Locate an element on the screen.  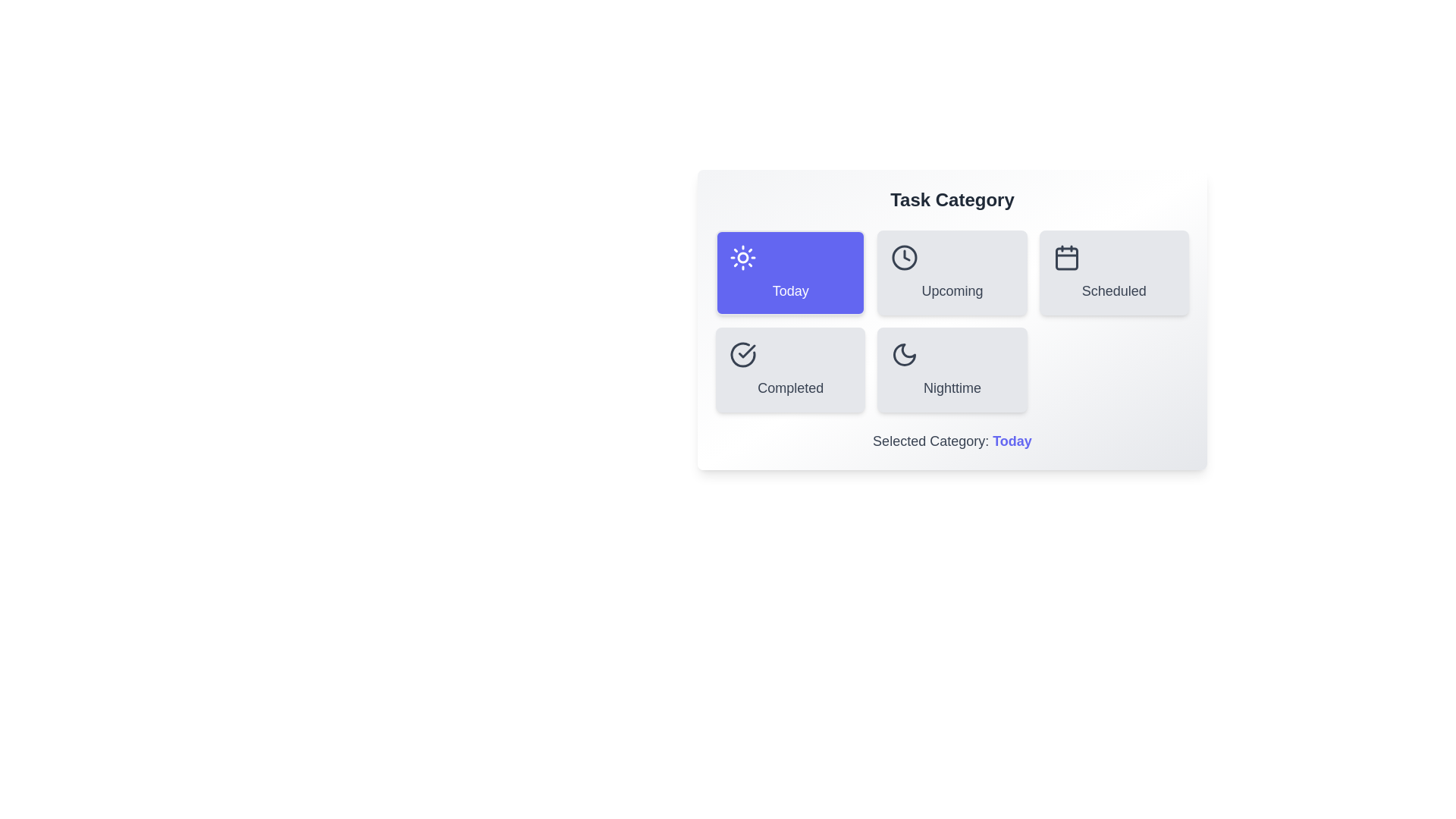
the category button labeled 'Scheduled' to observe its hover effect is located at coordinates (1114, 271).